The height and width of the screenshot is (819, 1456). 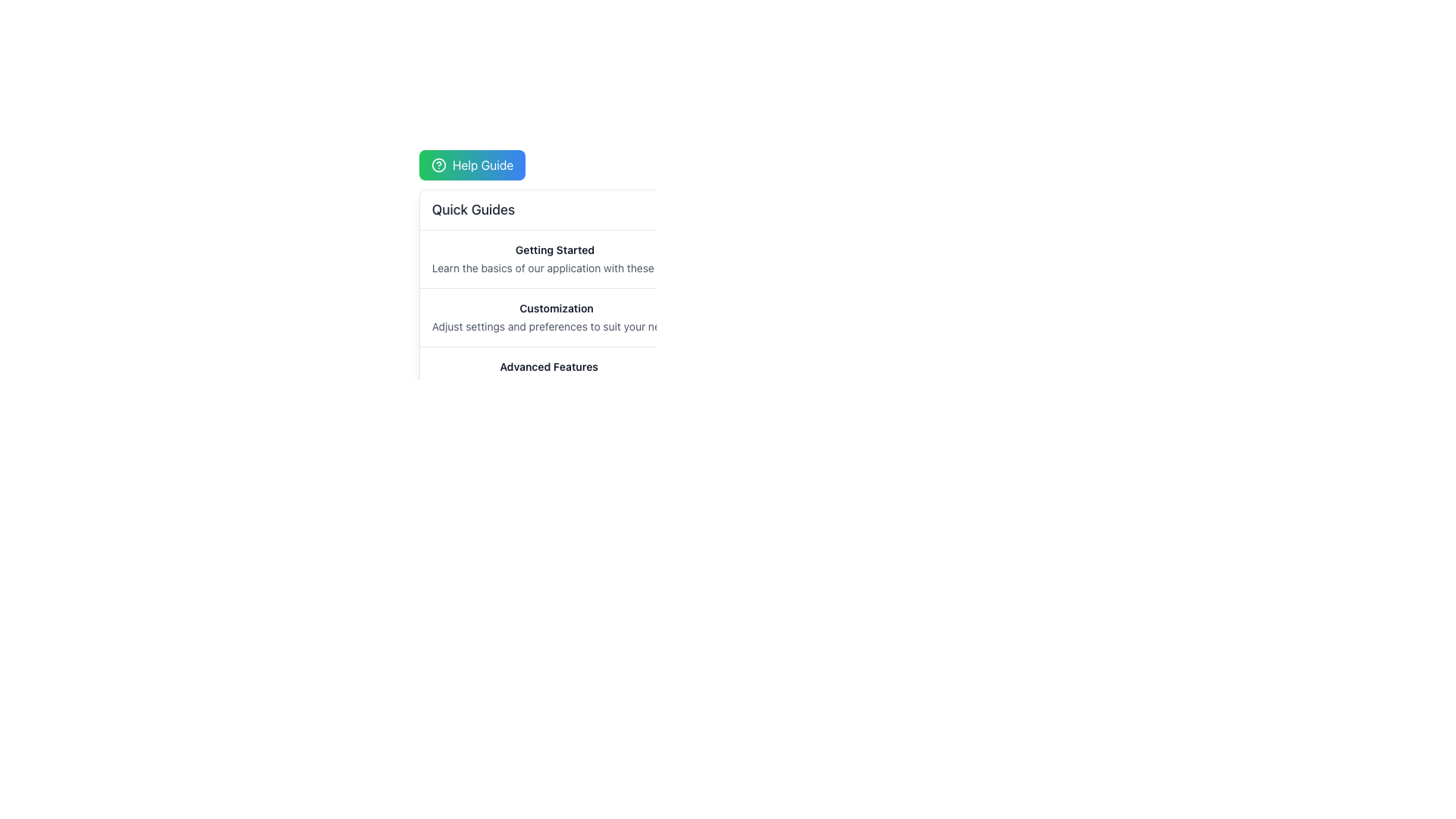 What do you see at coordinates (563, 259) in the screenshot?
I see `the 'Getting Started' informational card located in the 'Quick Guides' section` at bounding box center [563, 259].